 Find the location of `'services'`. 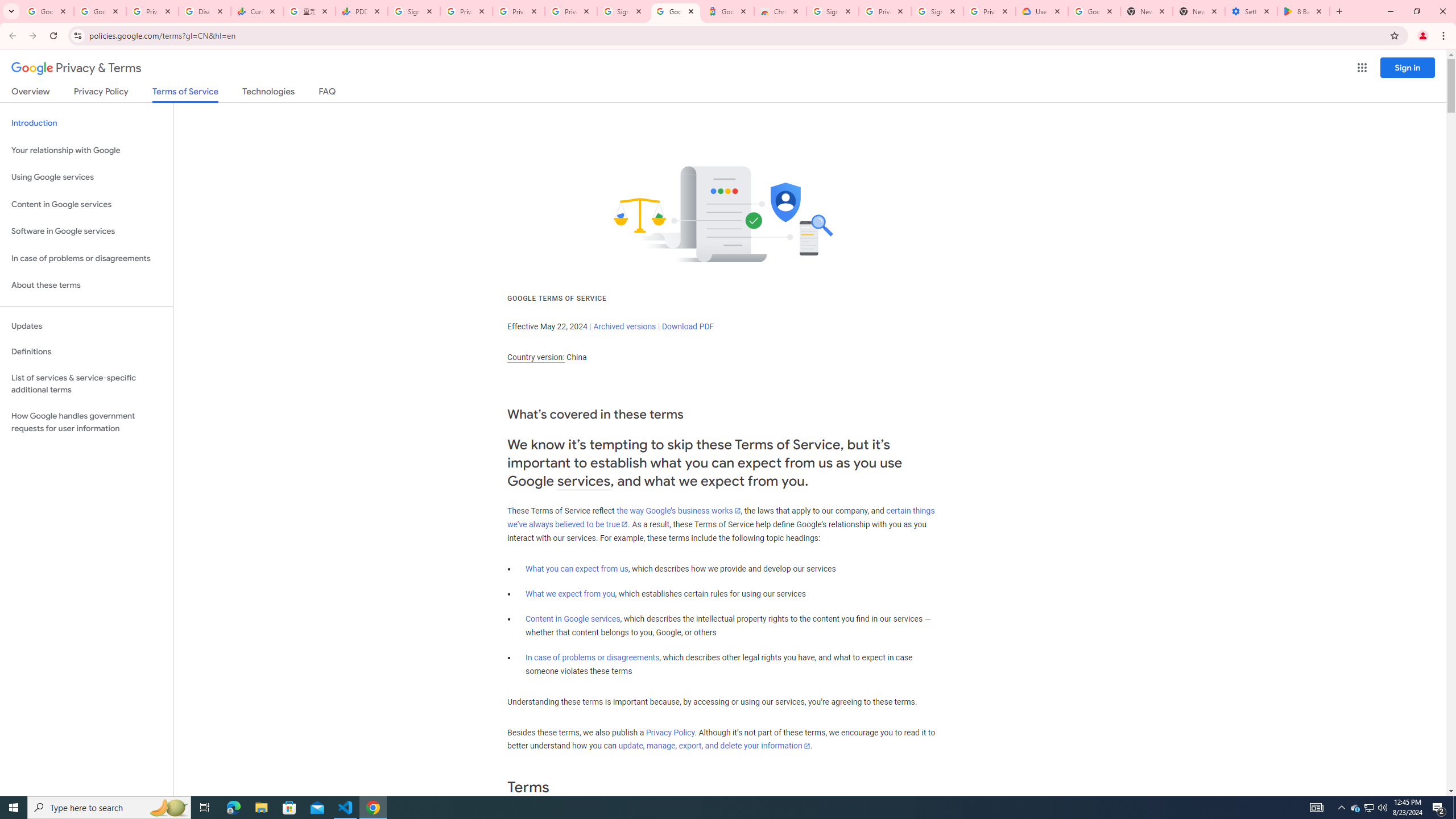

'services' is located at coordinates (584, 481).